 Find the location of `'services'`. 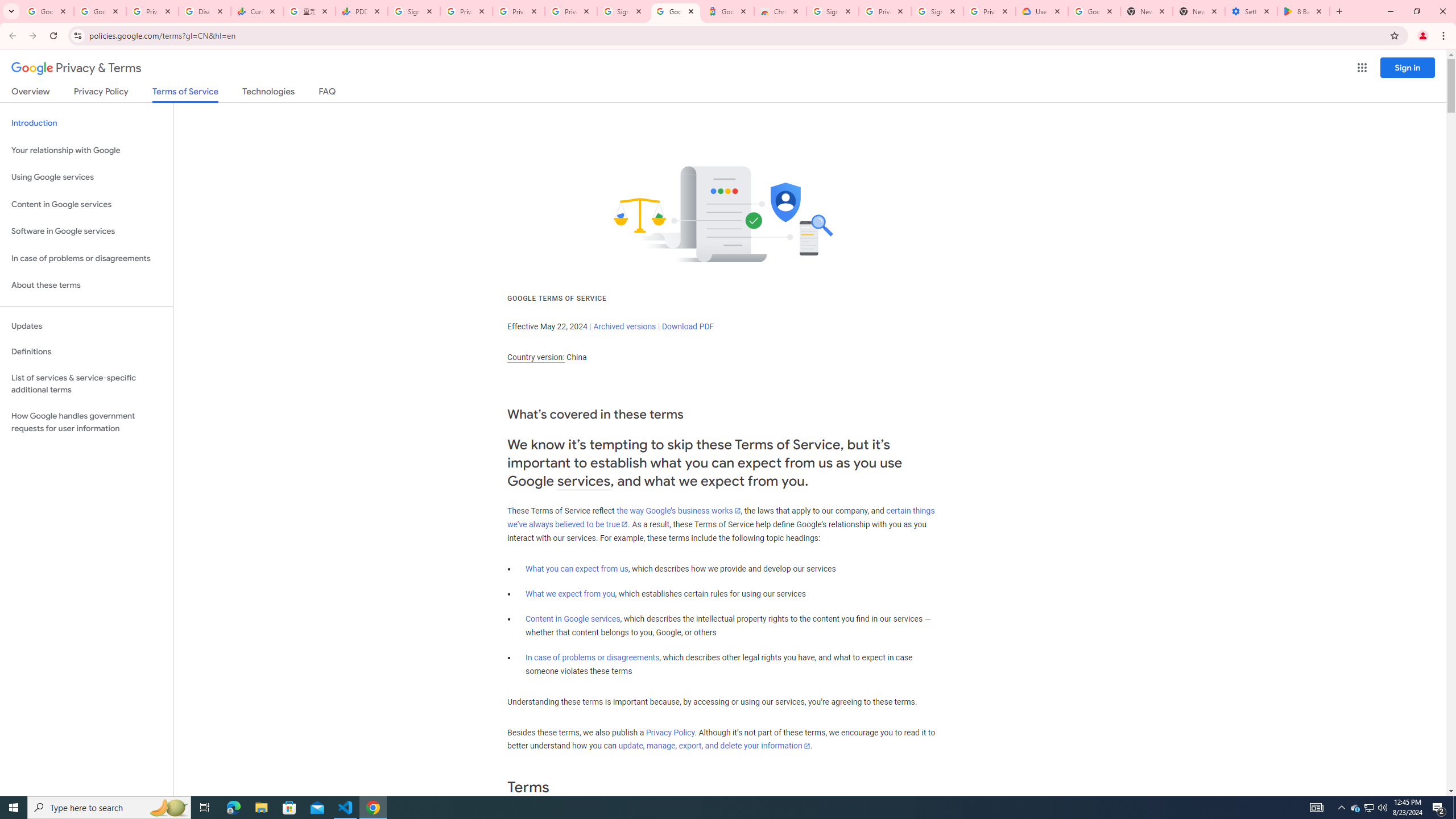

'services' is located at coordinates (584, 481).